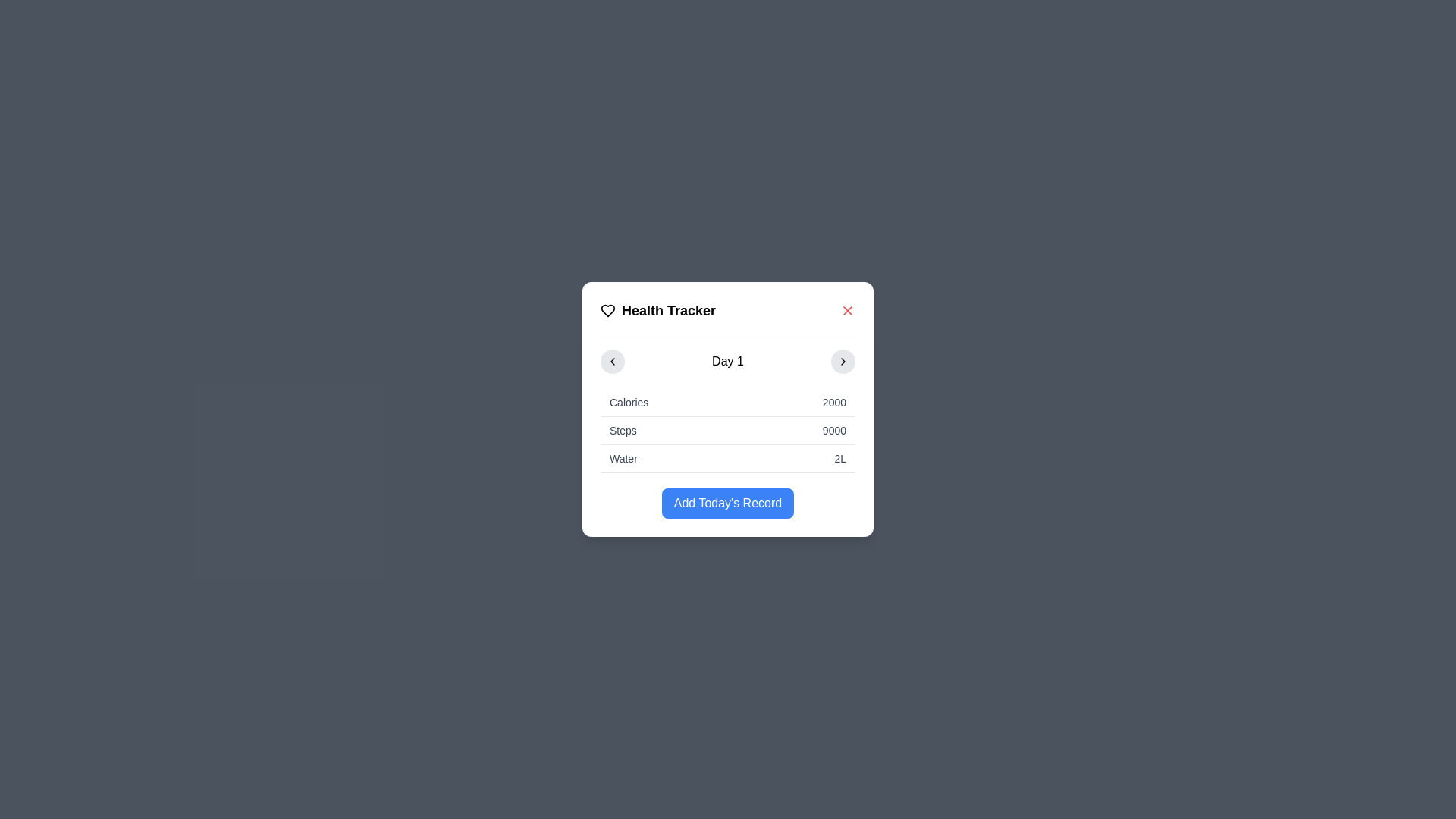 The width and height of the screenshot is (1456, 819). Describe the element at coordinates (612, 362) in the screenshot. I see `the left arrow icon button located in the upper left section of the modal window, which allows navigation to the previous entry or section` at that location.